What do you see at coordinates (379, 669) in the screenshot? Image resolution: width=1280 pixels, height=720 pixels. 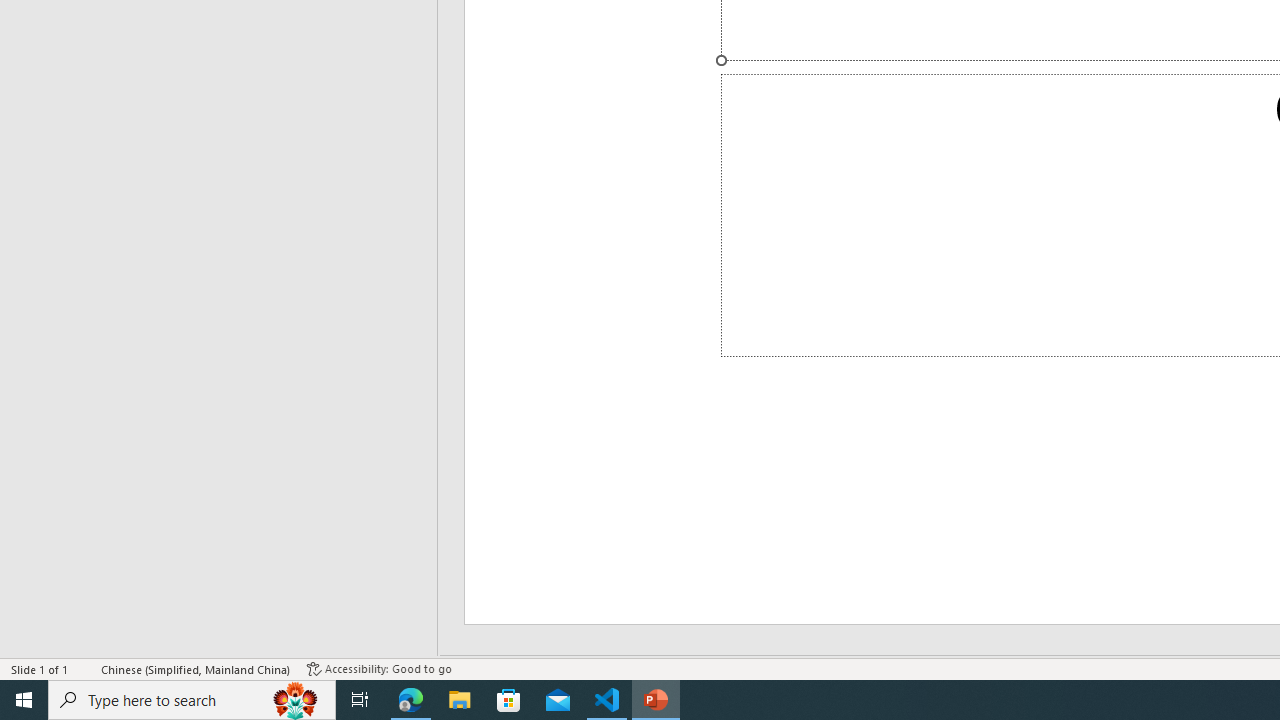 I see `'Accessibility Checker Accessibility: Good to go'` at bounding box center [379, 669].